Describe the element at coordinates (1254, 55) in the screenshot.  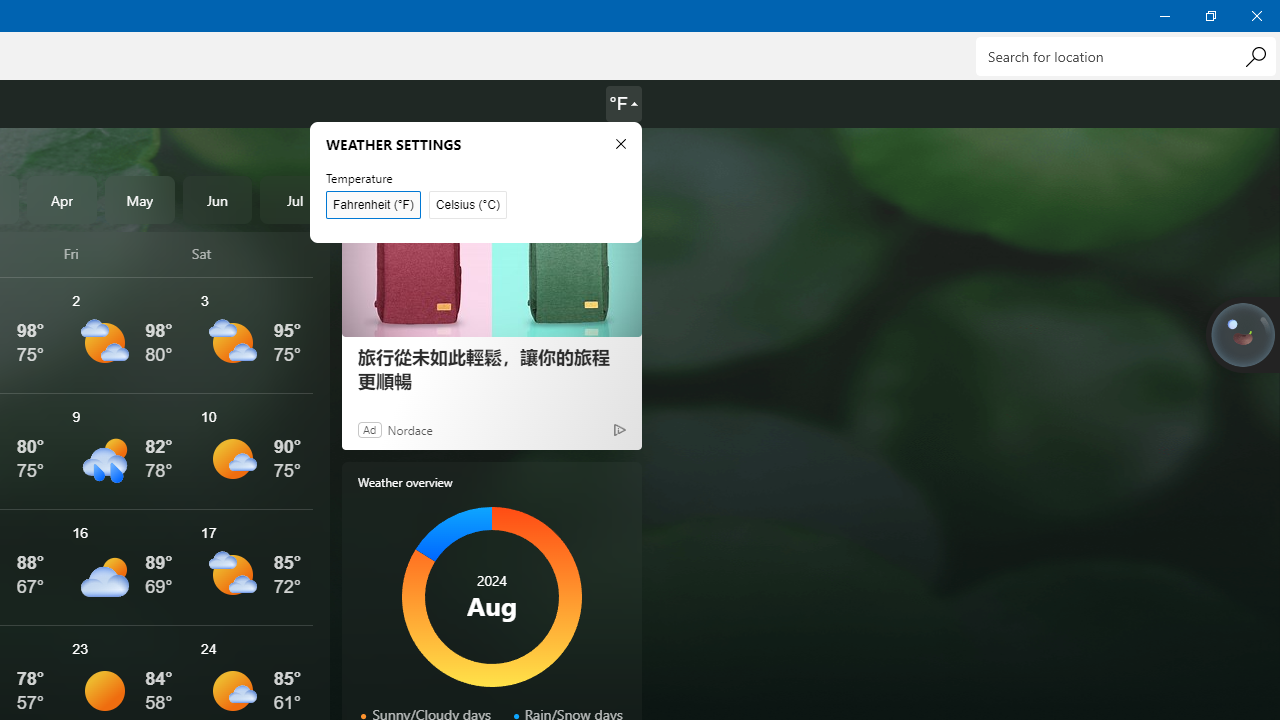
I see `'Search'` at that location.